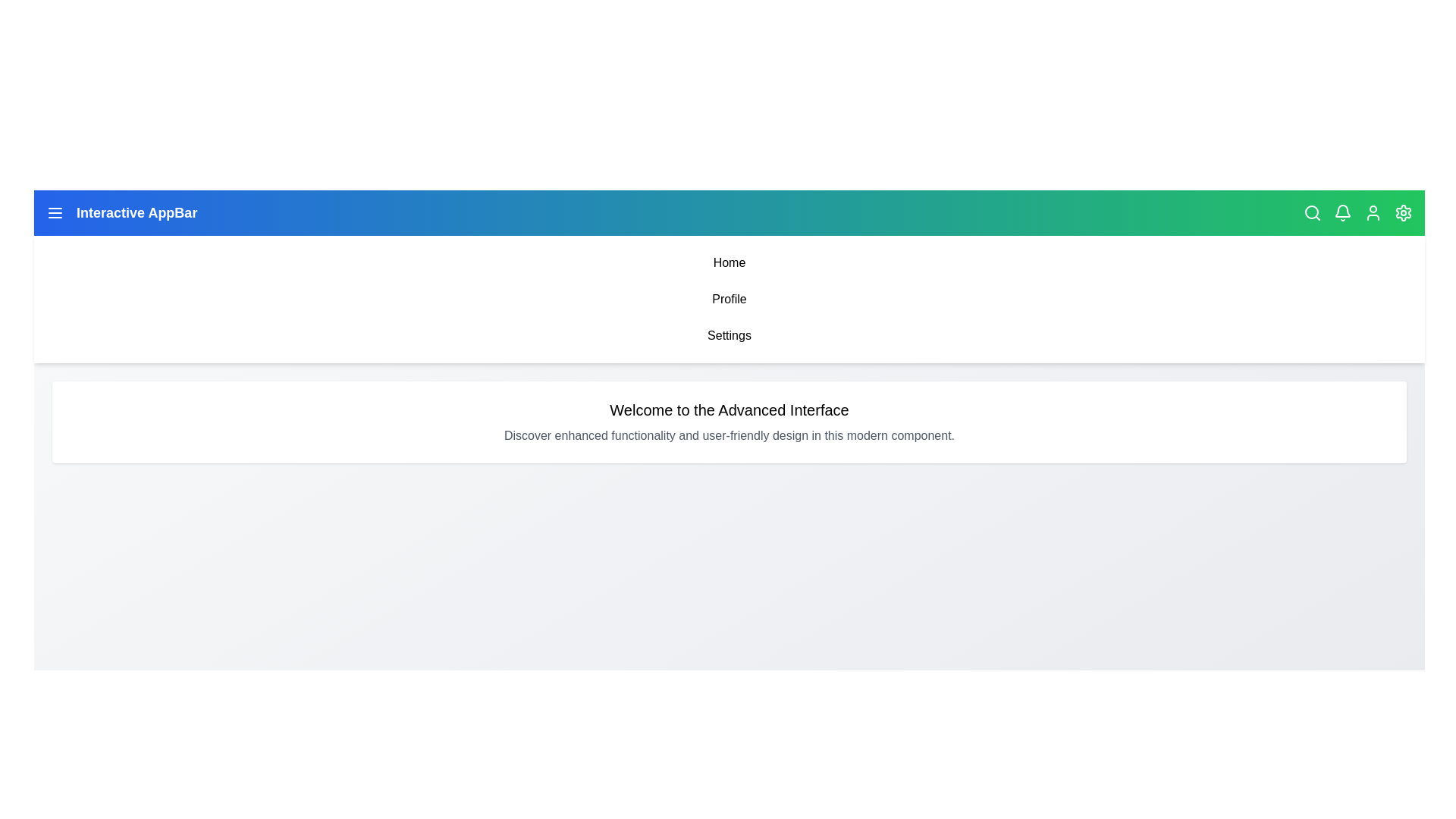  Describe the element at coordinates (55, 213) in the screenshot. I see `the hamburger icon to toggle the menu visibility` at that location.